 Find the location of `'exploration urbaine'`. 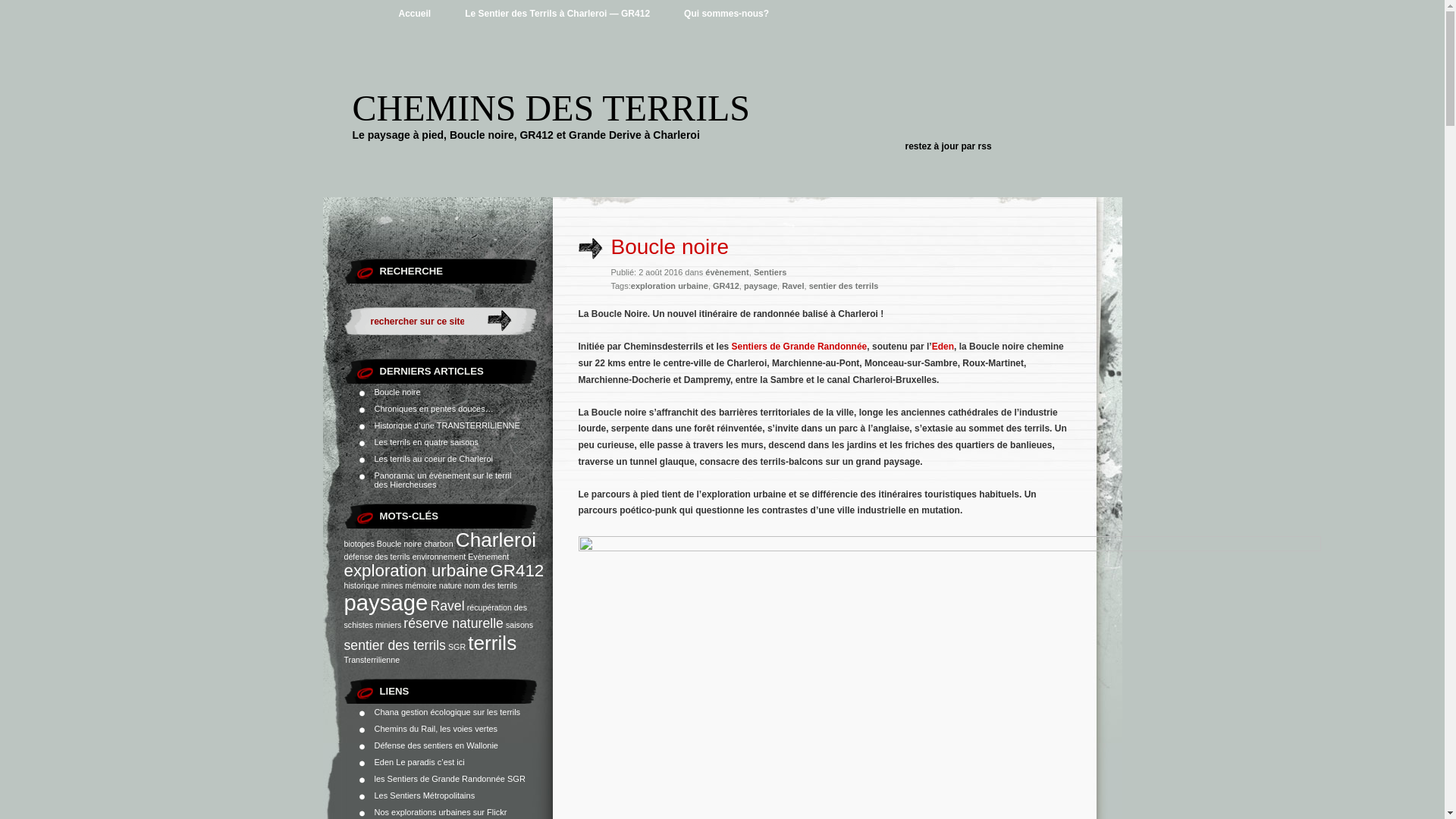

'exploration urbaine' is located at coordinates (669, 286).